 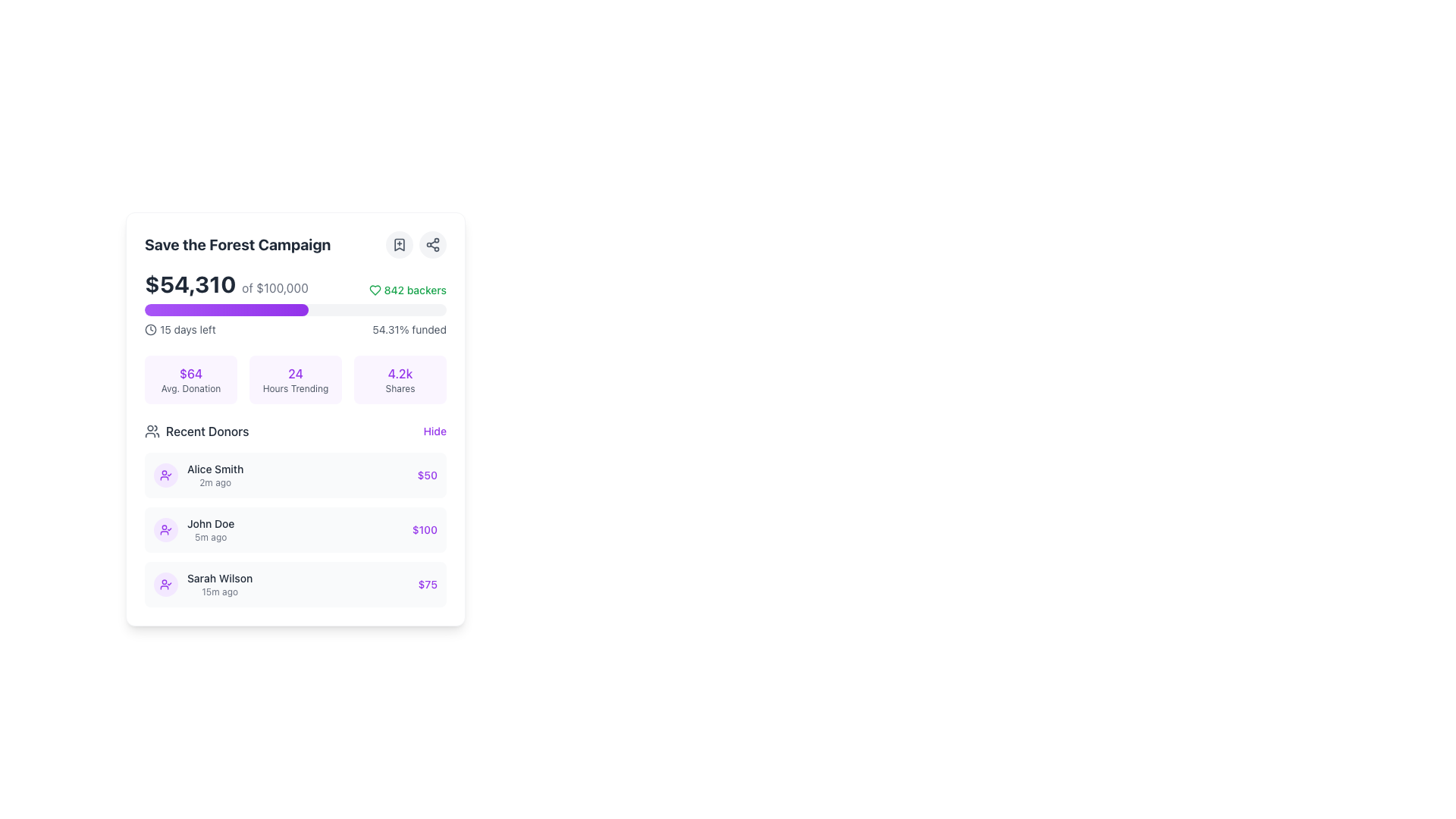 What do you see at coordinates (237, 244) in the screenshot?
I see `the title text label of the campaign, which is positioned at the top-left of a rectangular card-like component, above the numeric and statistical information` at bounding box center [237, 244].